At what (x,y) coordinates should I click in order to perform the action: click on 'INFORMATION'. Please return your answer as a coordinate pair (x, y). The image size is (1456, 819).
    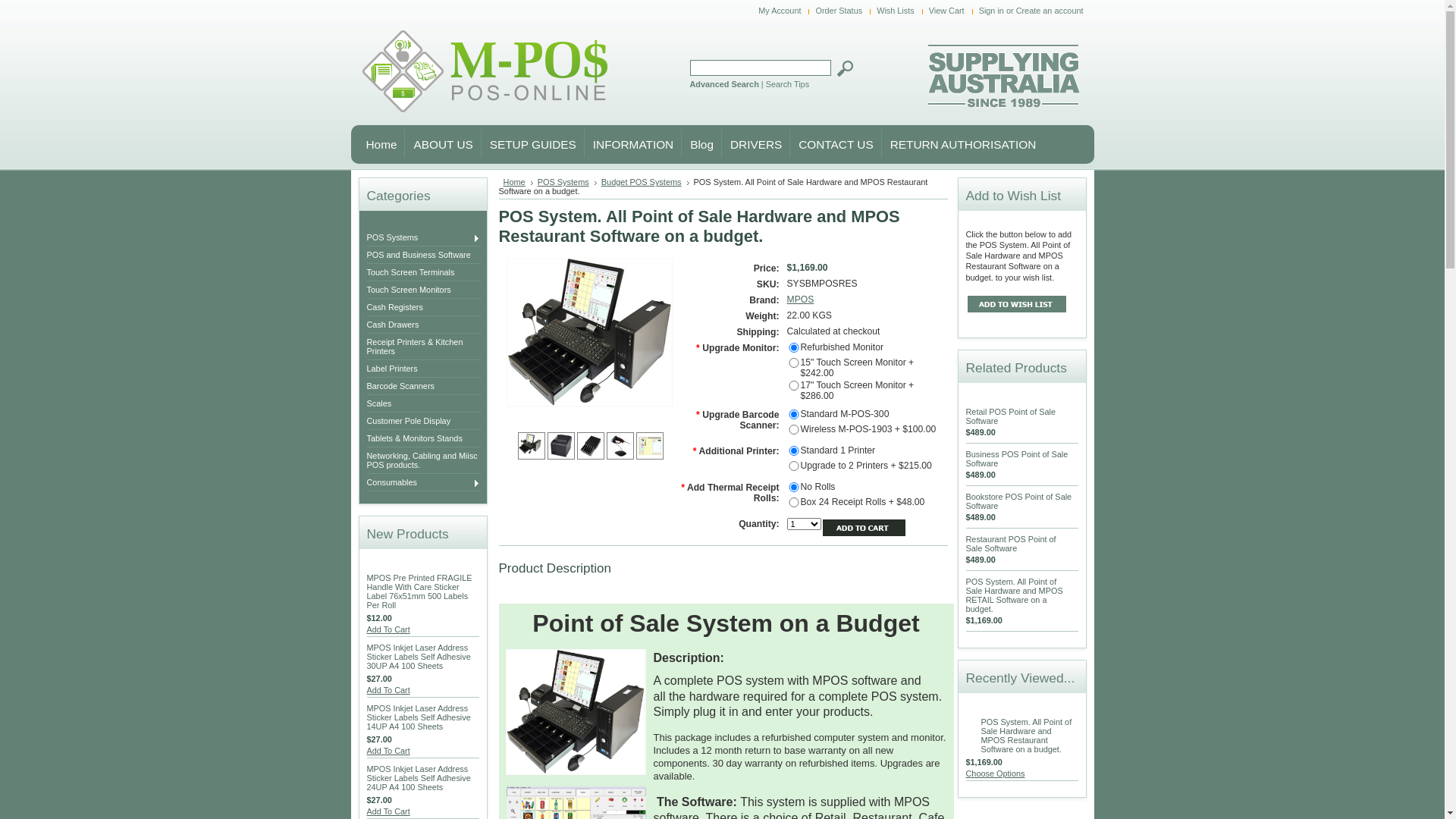
    Looking at the image, I should click on (582, 143).